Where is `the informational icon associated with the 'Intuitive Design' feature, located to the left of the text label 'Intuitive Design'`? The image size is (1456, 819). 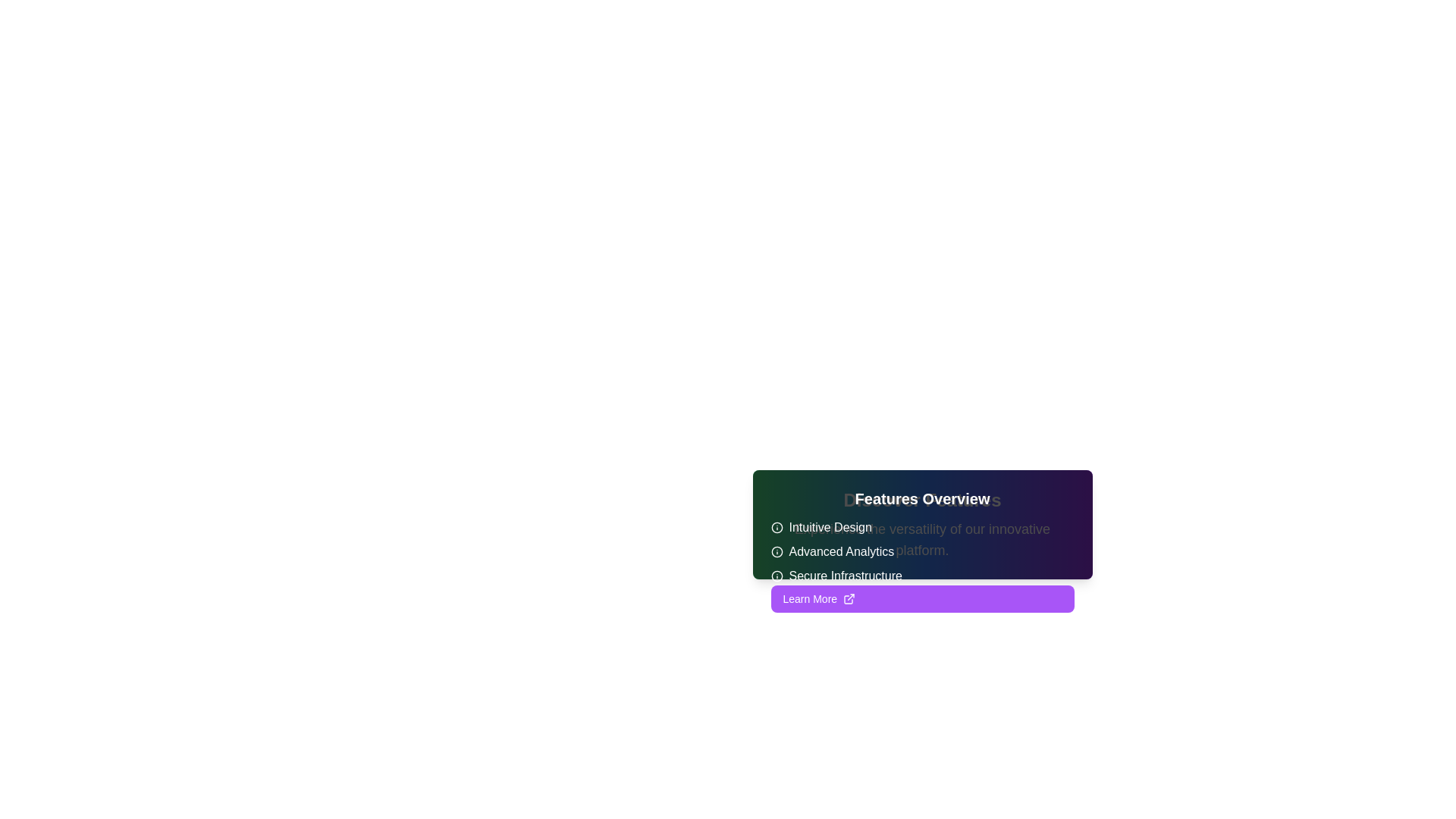
the informational icon associated with the 'Intuitive Design' feature, located to the left of the text label 'Intuitive Design' is located at coordinates (777, 526).